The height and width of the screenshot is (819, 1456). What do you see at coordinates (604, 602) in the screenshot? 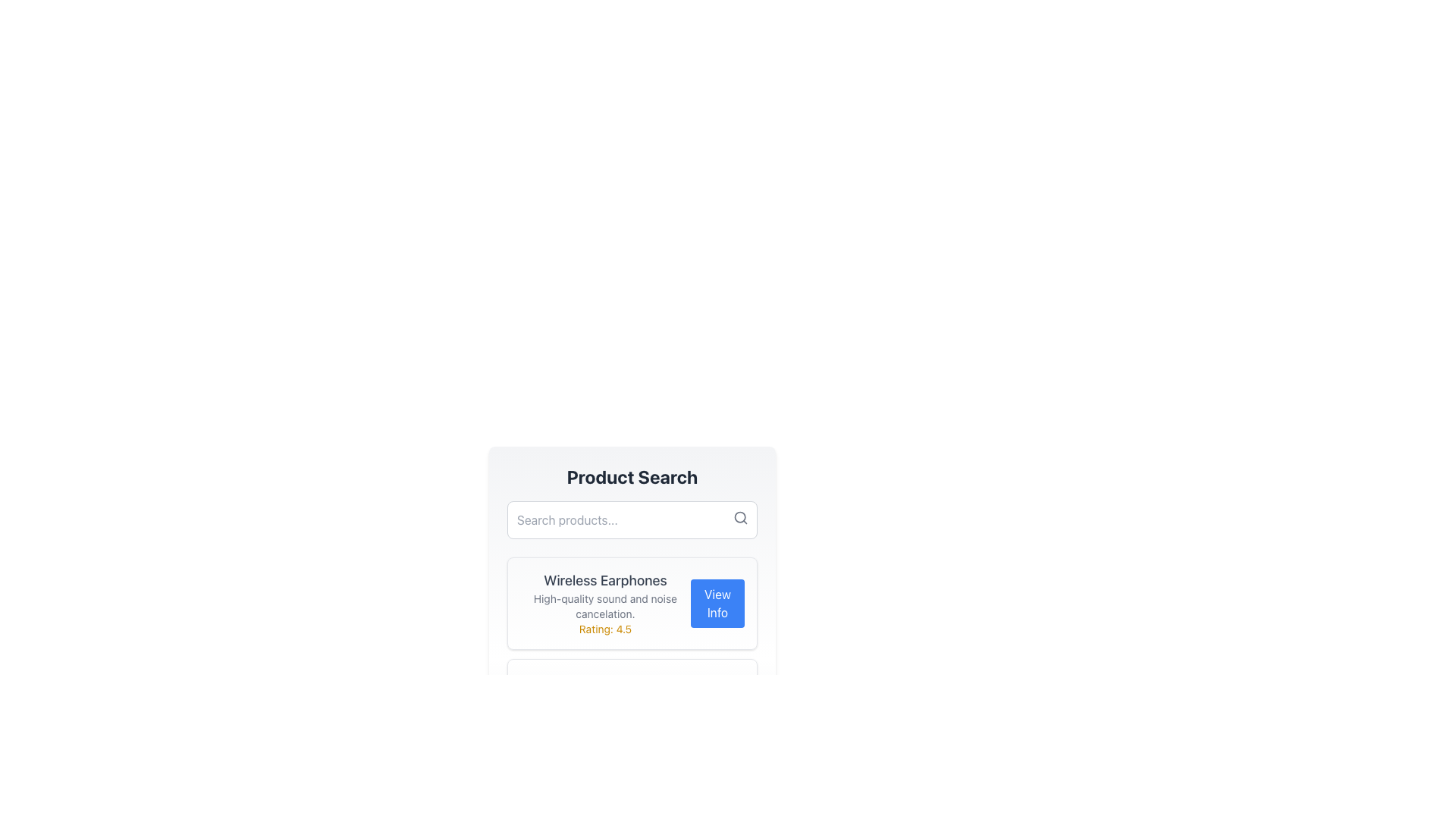
I see `the 'Wireless Earphones' text block` at bounding box center [604, 602].